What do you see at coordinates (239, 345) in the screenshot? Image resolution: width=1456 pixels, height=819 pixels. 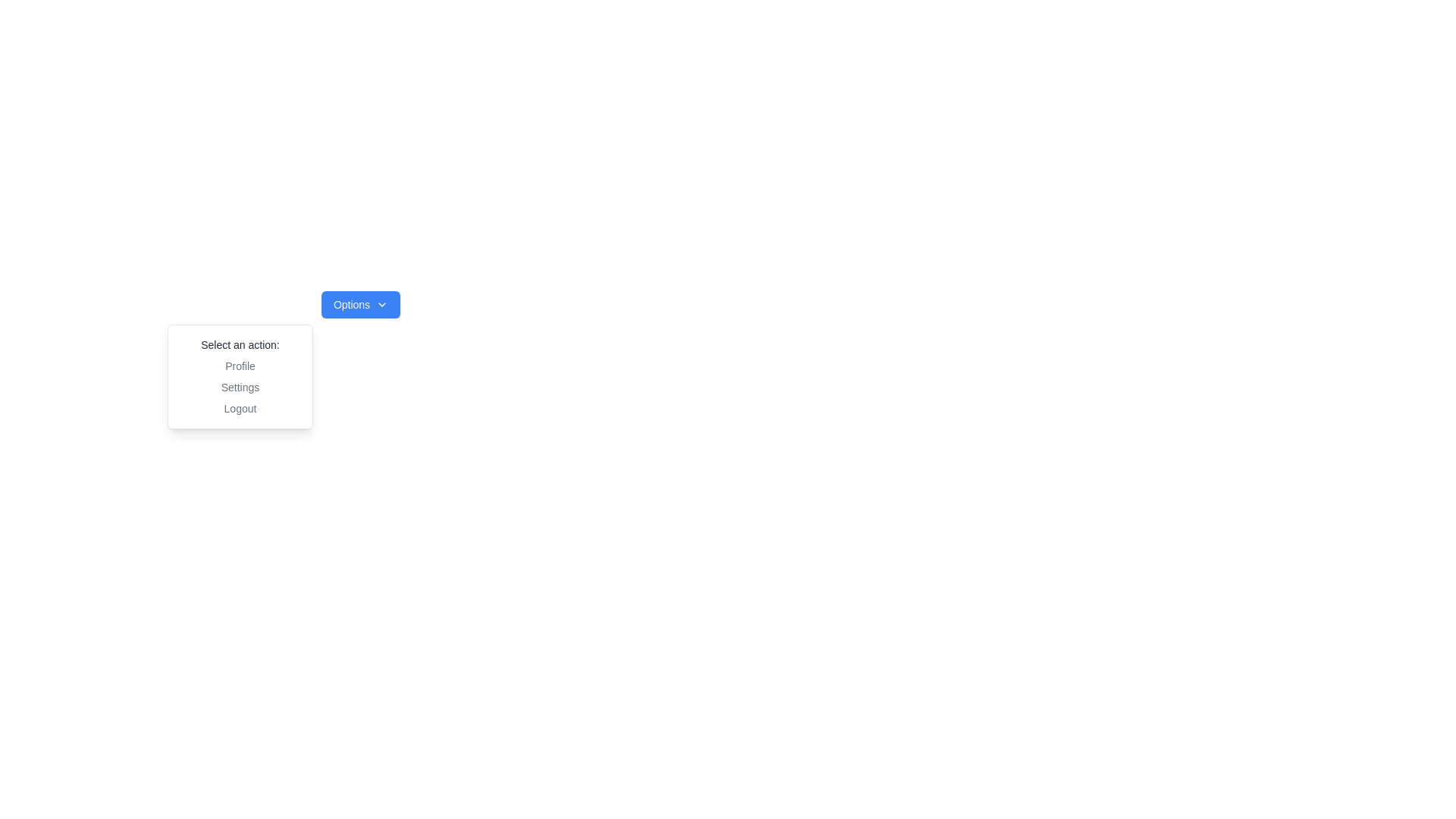 I see `the text label stating 'Select an action:' which is positioned at the top of a dropdown menu` at bounding box center [239, 345].